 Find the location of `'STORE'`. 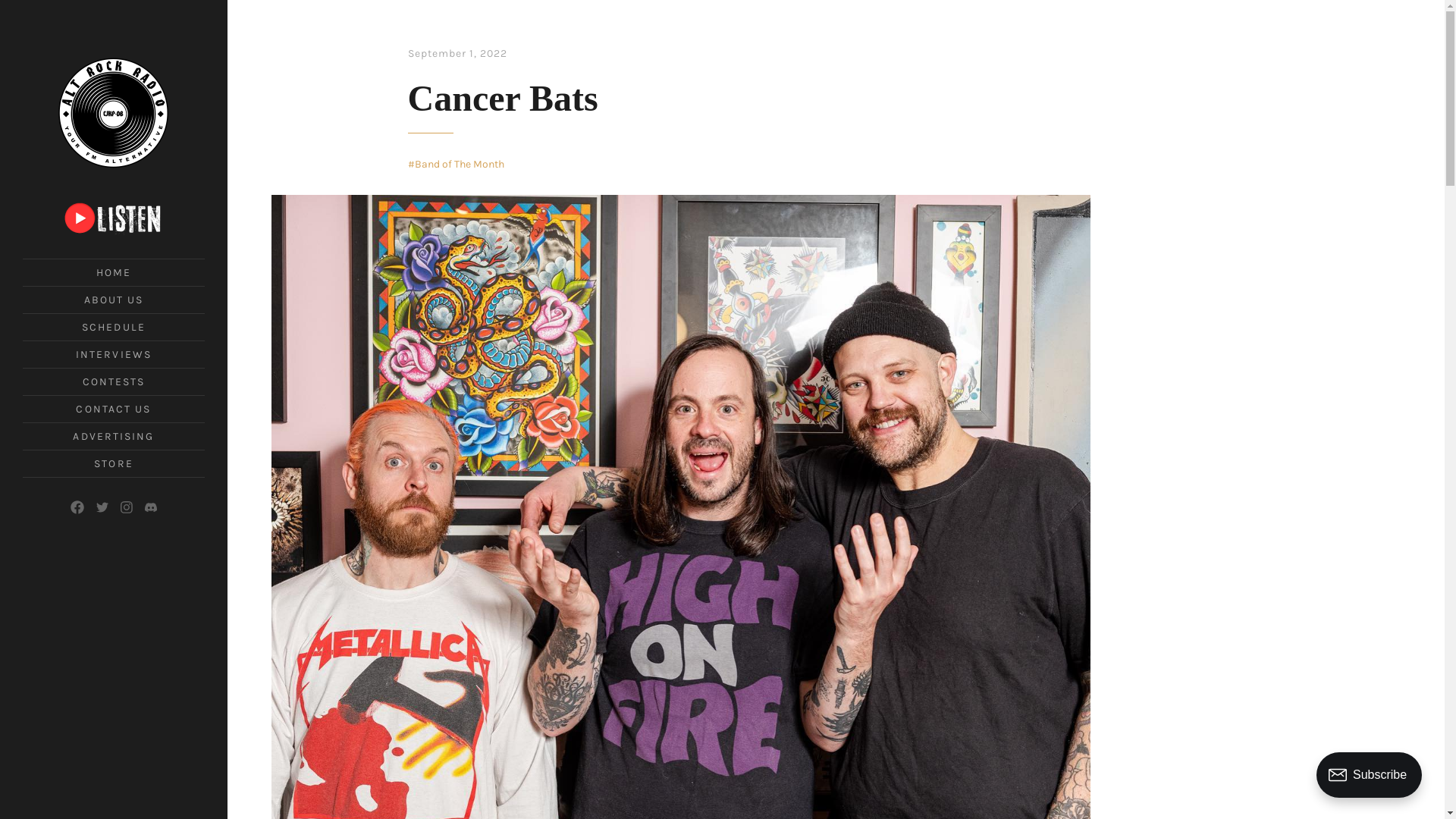

'STORE' is located at coordinates (112, 463).